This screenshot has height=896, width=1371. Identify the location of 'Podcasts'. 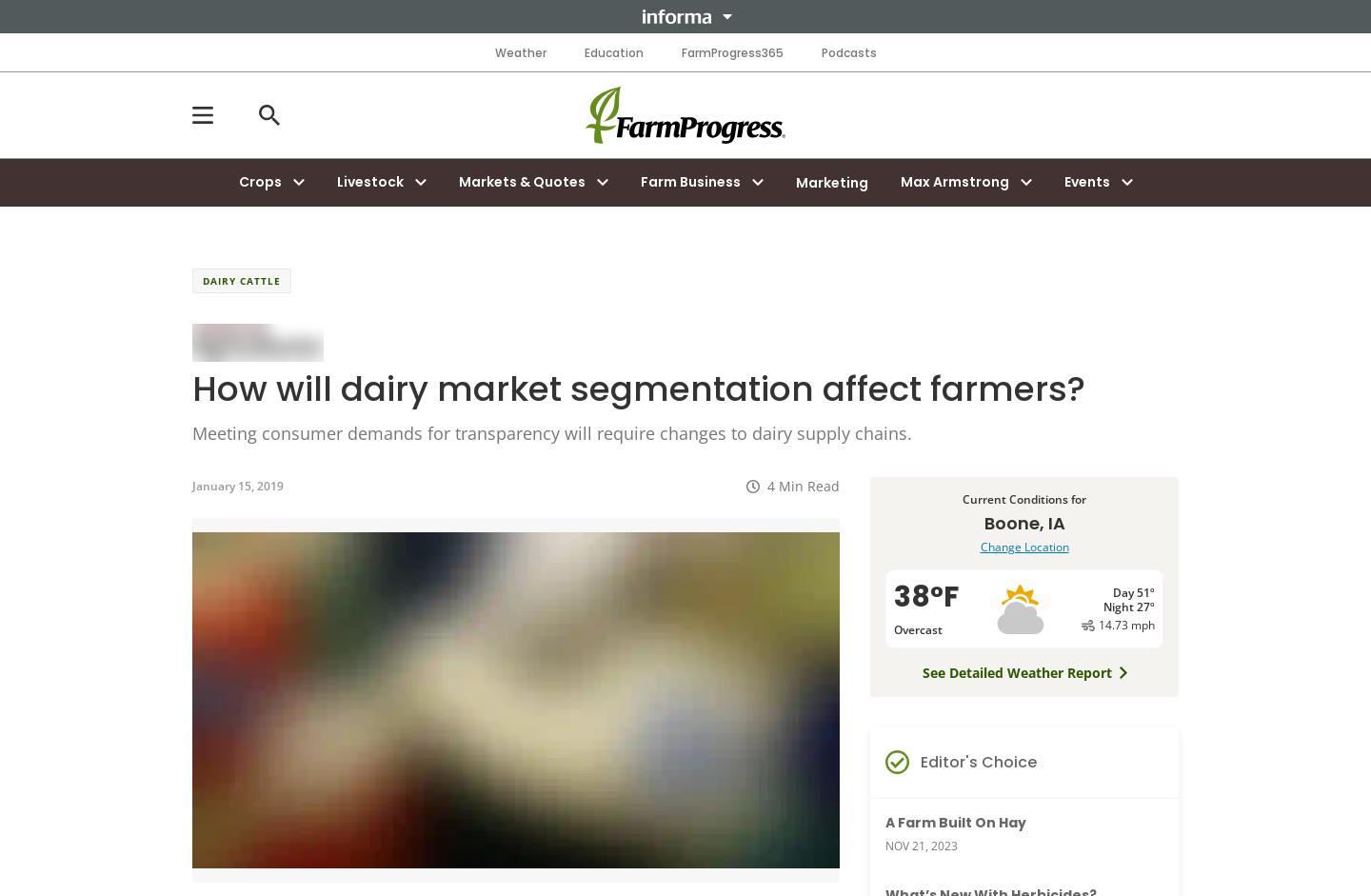
(846, 51).